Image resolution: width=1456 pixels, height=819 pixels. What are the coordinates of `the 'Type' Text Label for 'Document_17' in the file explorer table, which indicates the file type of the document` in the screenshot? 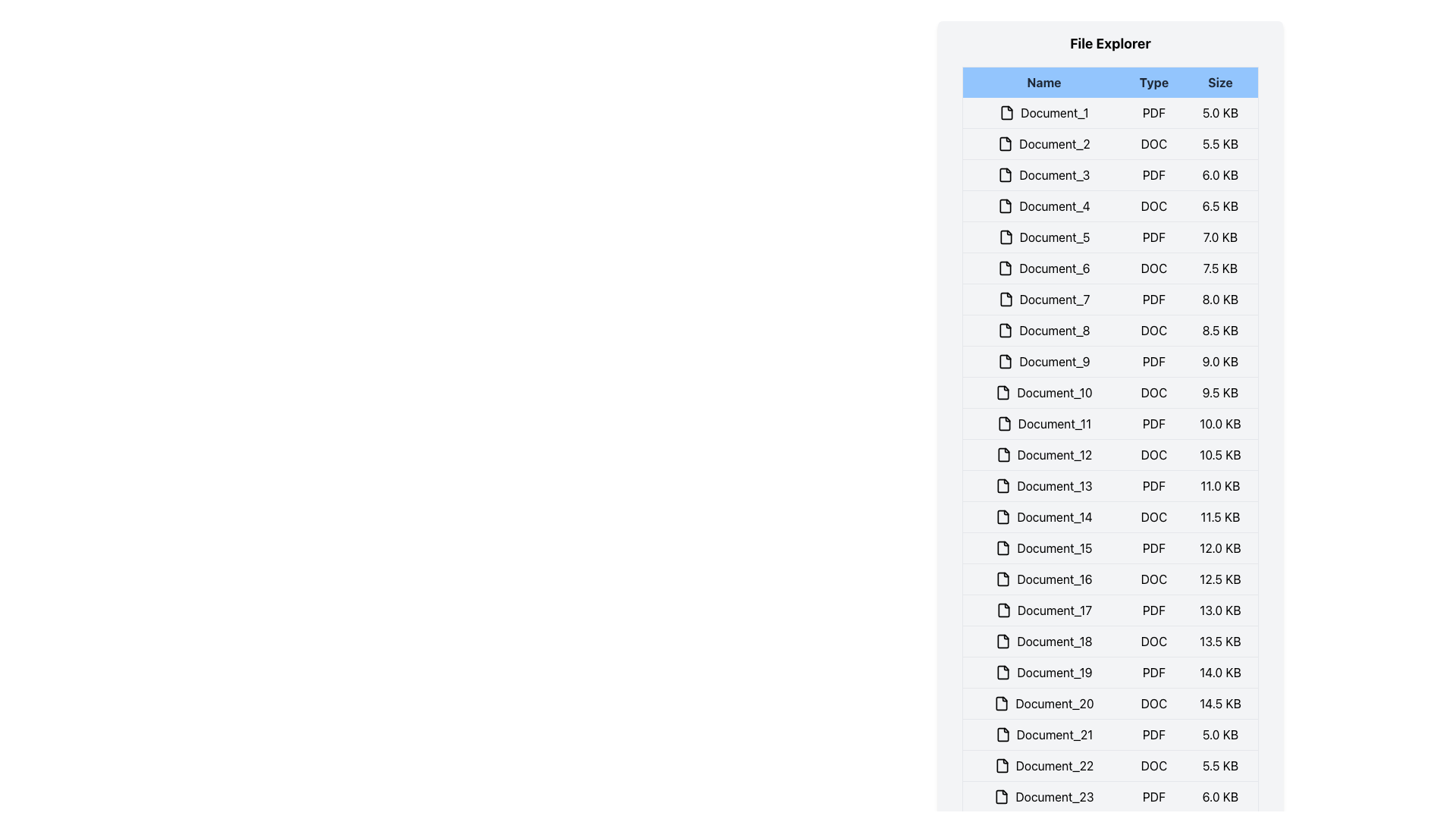 It's located at (1153, 610).